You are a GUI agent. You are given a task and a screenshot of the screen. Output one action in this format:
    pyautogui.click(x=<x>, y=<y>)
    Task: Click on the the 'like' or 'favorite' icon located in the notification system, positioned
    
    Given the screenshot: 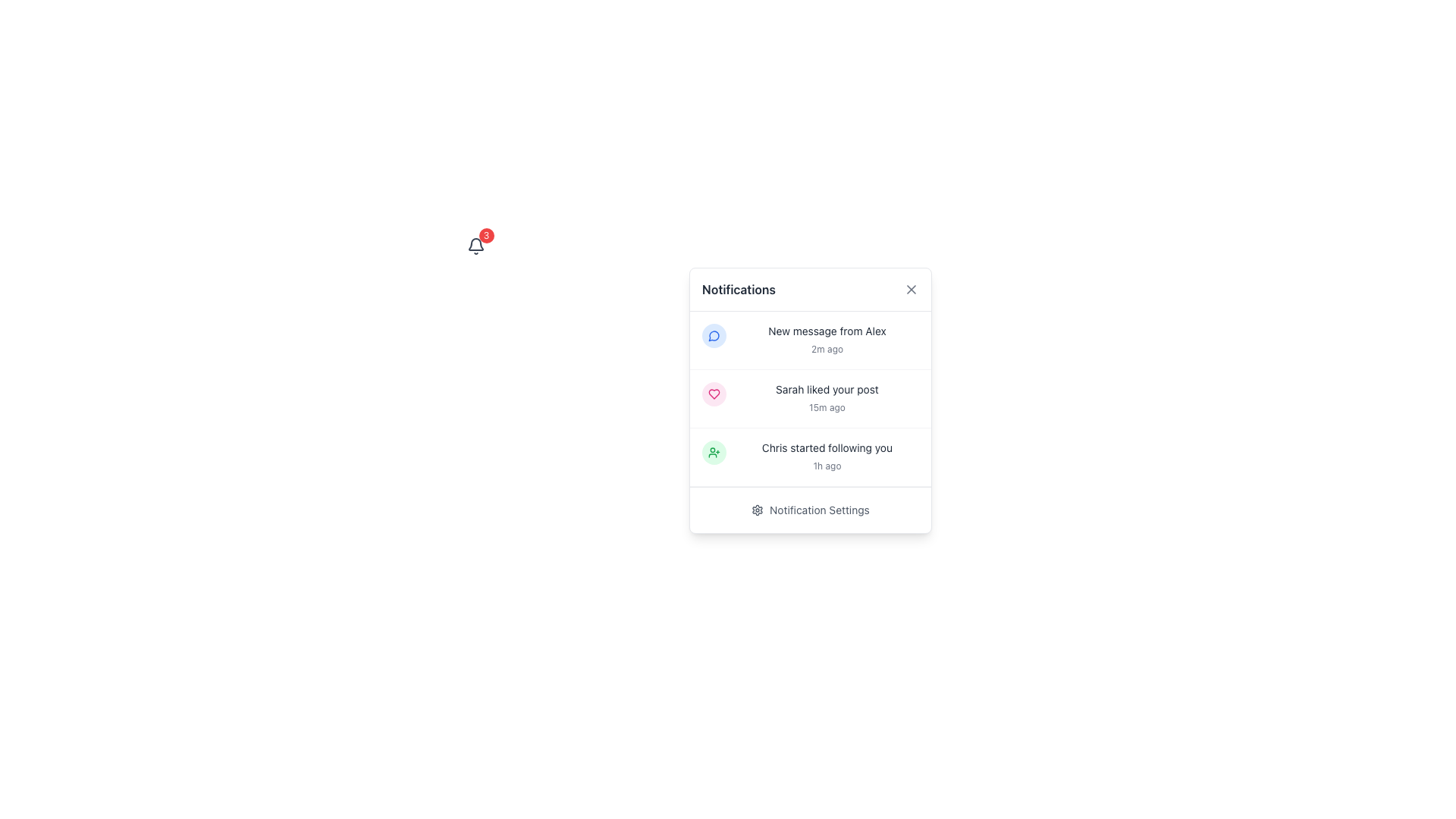 What is the action you would take?
    pyautogui.click(x=713, y=394)
    